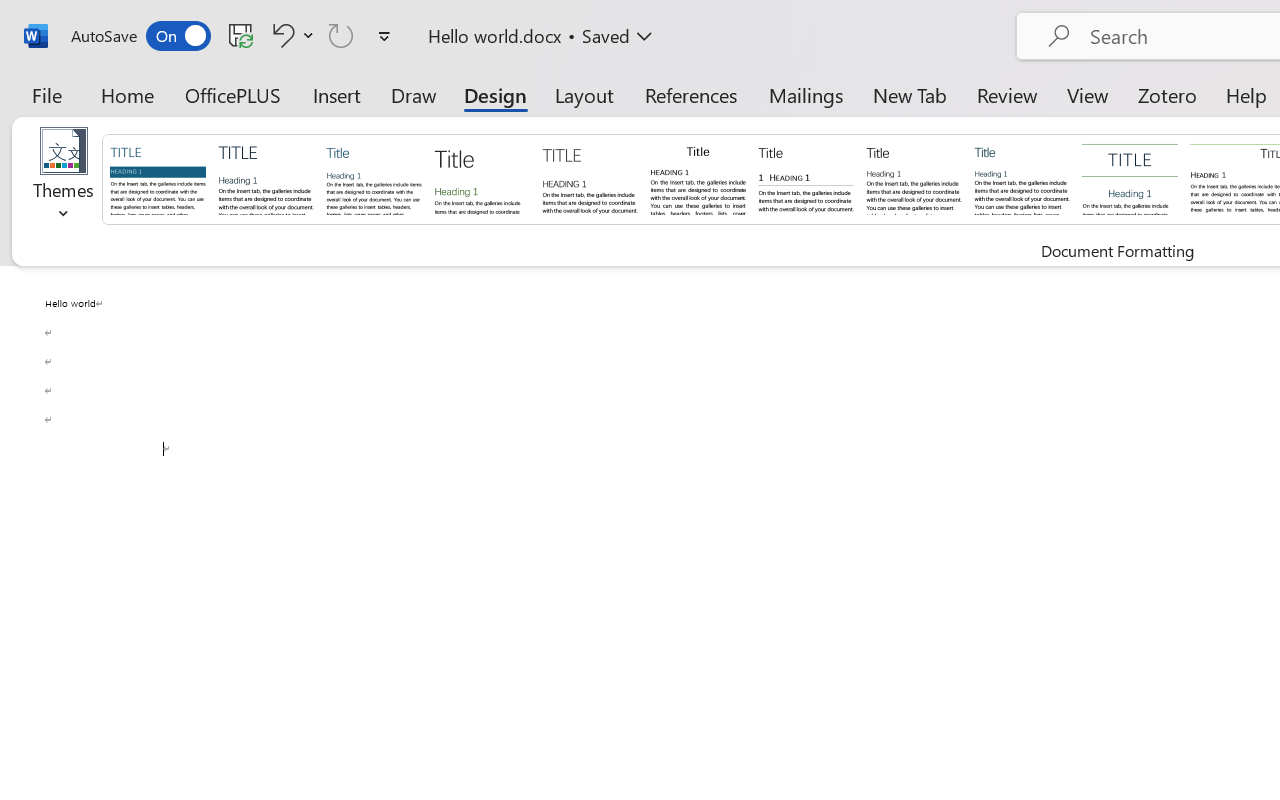 The image size is (1280, 800). I want to click on 'Basic (Stylish)', so click(481, 177).